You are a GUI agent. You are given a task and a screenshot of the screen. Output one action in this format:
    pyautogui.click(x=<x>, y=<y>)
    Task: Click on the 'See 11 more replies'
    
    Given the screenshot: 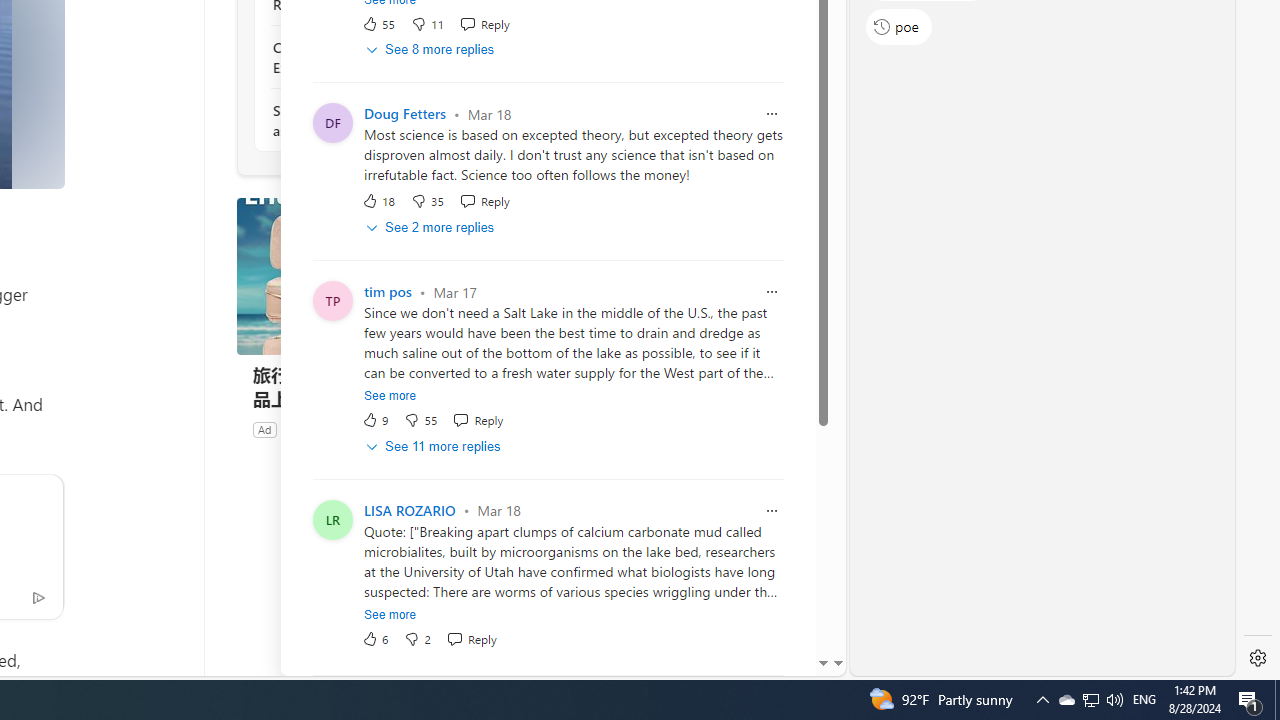 What is the action you would take?
    pyautogui.click(x=433, y=445)
    